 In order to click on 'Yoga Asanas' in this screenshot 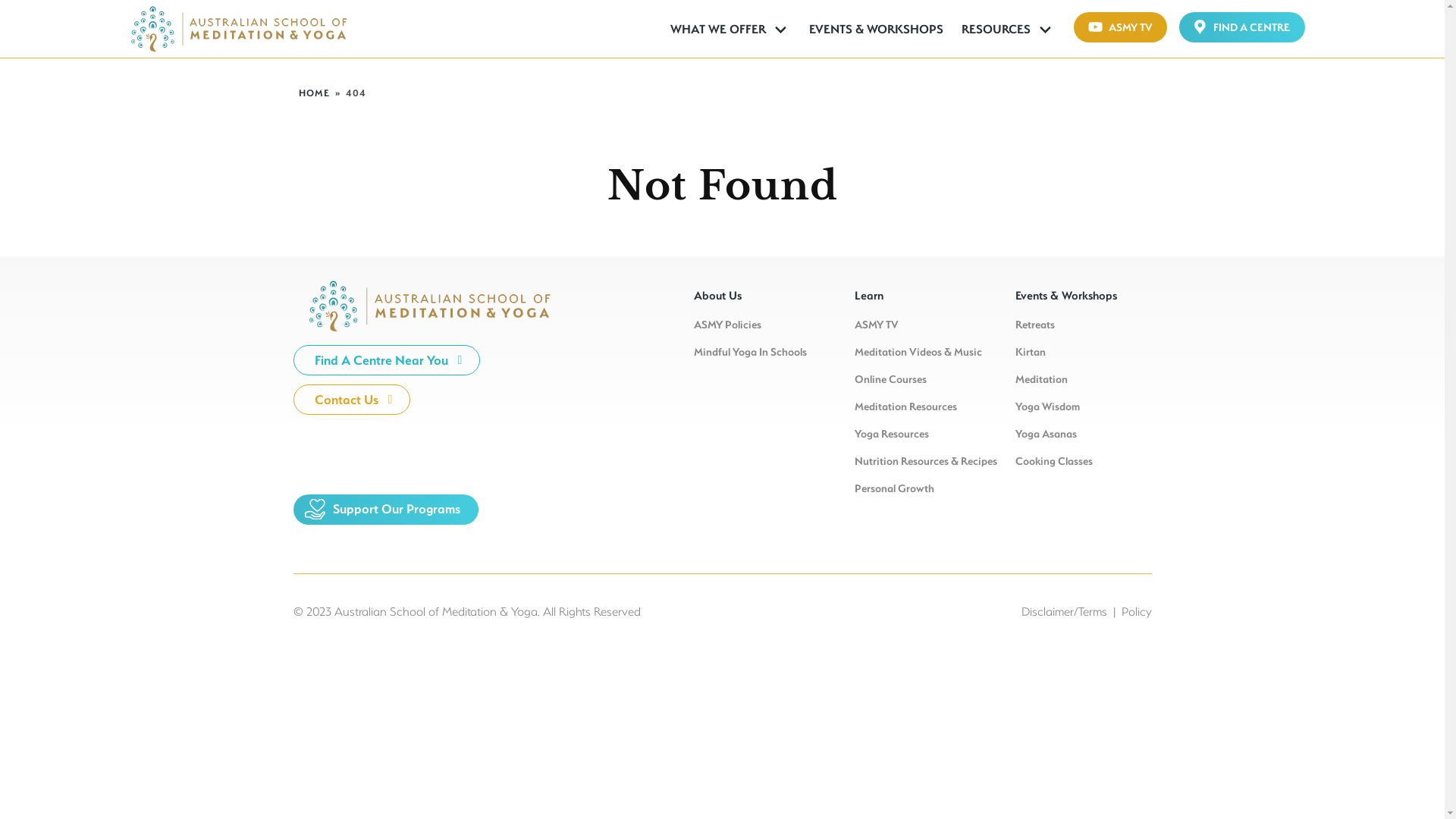, I will do `click(1044, 433)`.